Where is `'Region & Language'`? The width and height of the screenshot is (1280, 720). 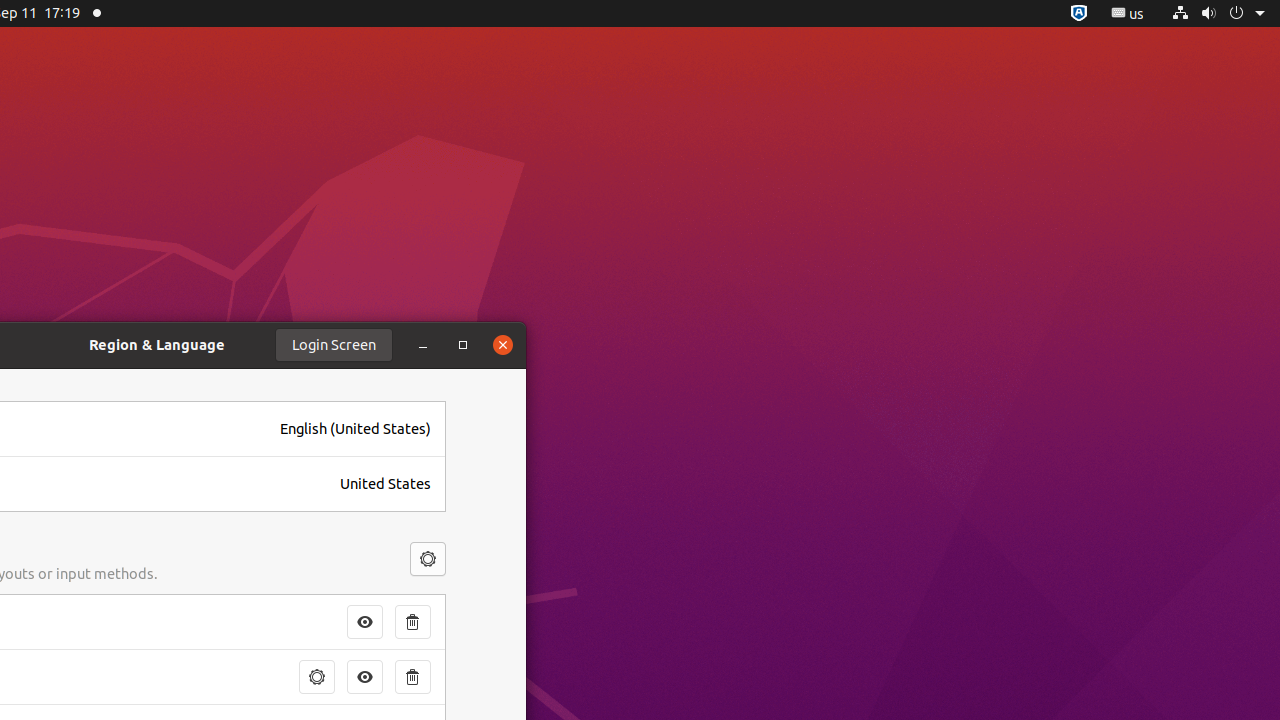 'Region & Language' is located at coordinates (156, 343).